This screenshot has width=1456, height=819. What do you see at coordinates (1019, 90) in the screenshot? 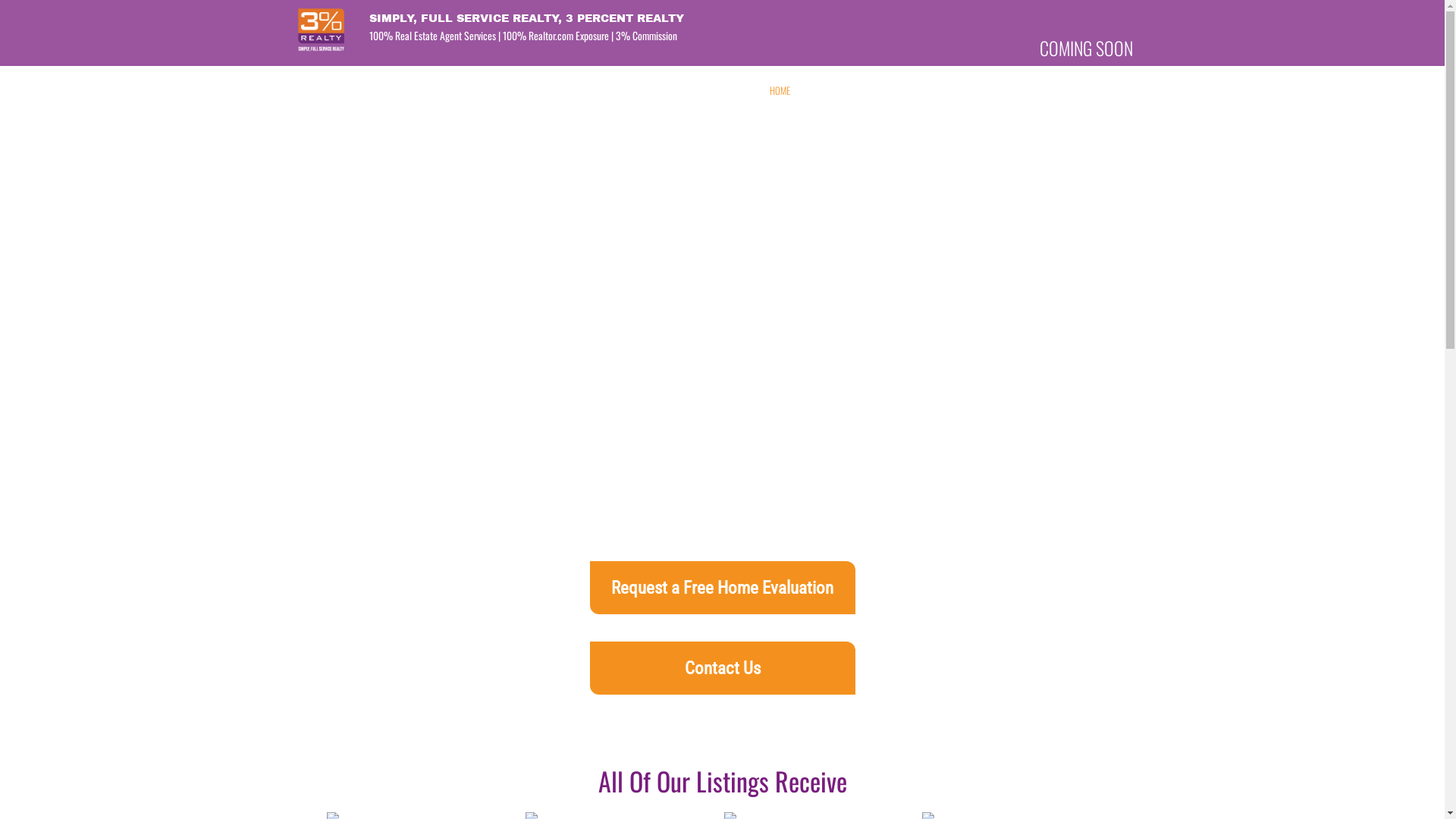
I see `'BUYING GUIDE'` at bounding box center [1019, 90].